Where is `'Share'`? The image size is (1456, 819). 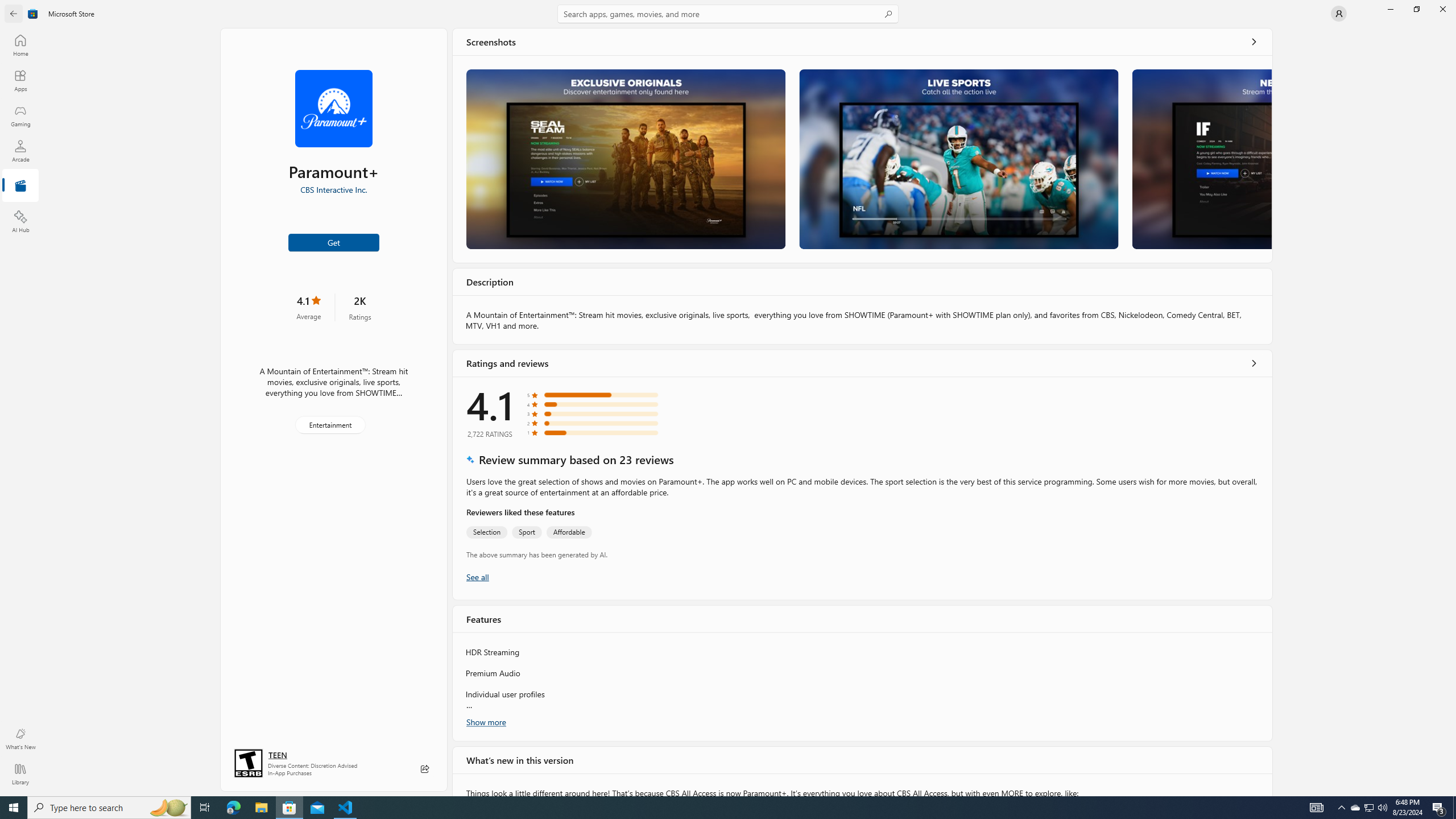 'Share' is located at coordinates (424, 768).